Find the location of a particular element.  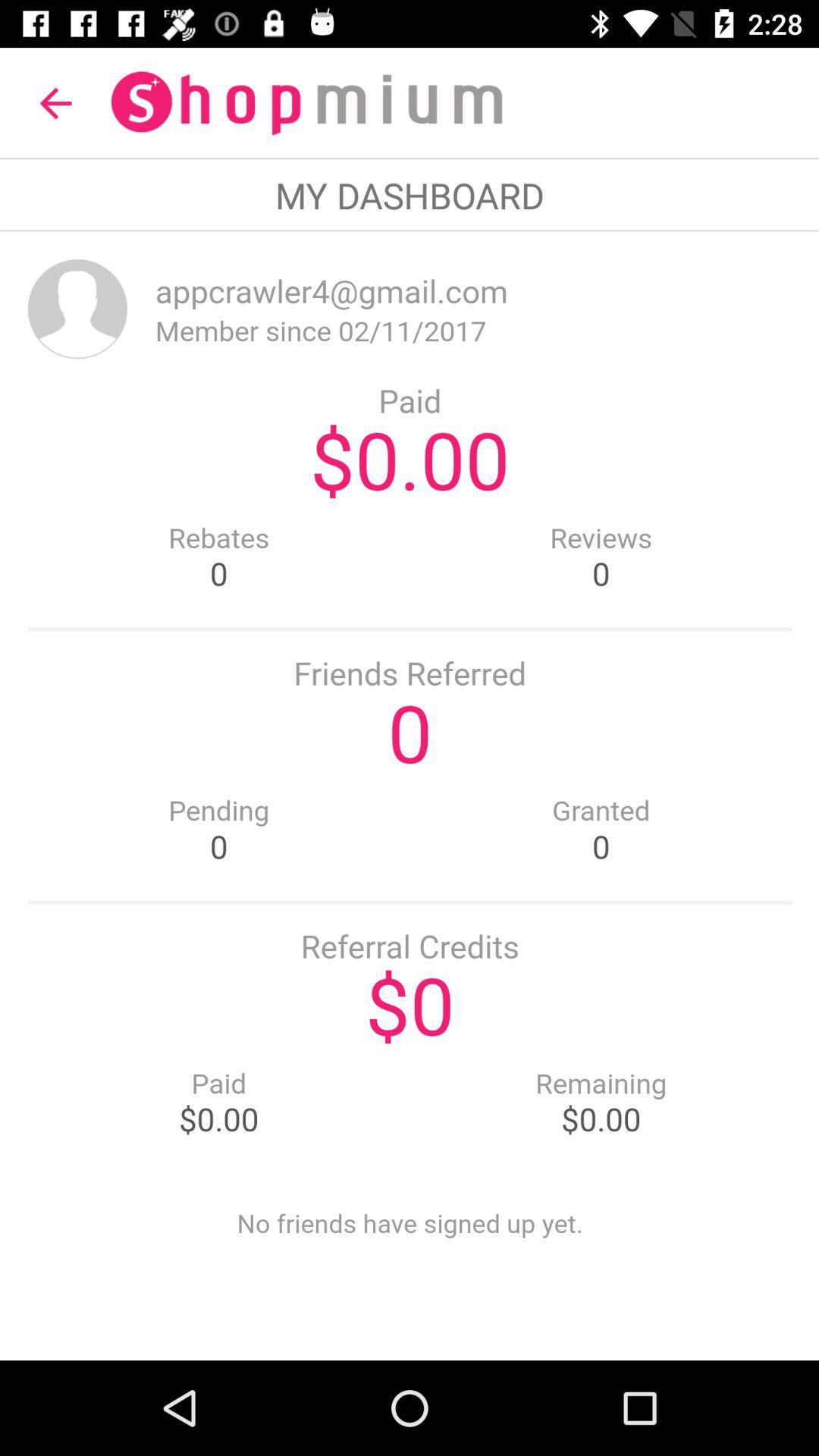

go back is located at coordinates (409, 795).